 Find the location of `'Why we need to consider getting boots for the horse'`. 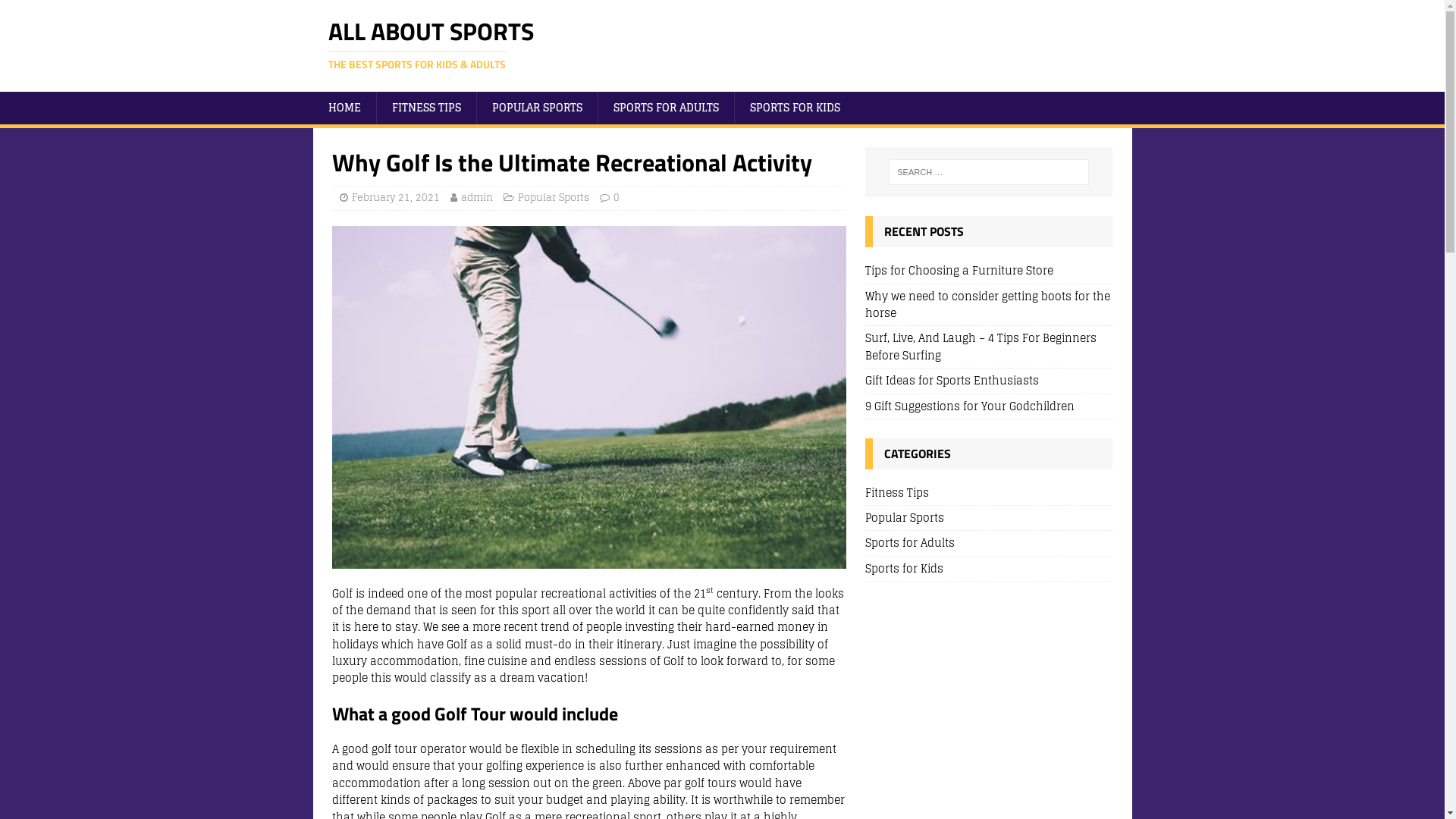

'Why we need to consider getting boots for the horse' is located at coordinates (987, 304).